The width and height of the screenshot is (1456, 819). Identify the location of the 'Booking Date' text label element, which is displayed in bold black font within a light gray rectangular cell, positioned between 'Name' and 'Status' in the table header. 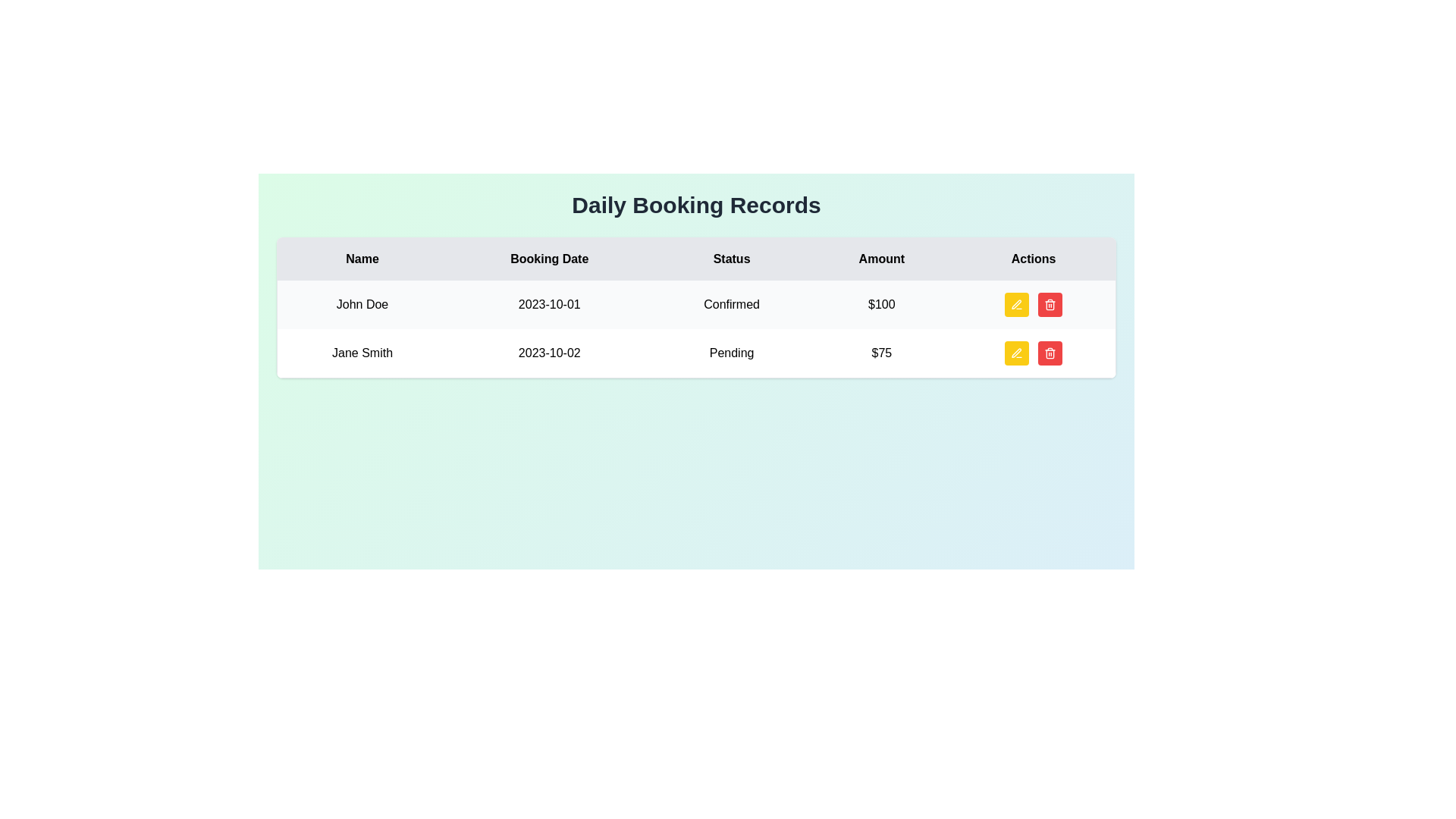
(548, 258).